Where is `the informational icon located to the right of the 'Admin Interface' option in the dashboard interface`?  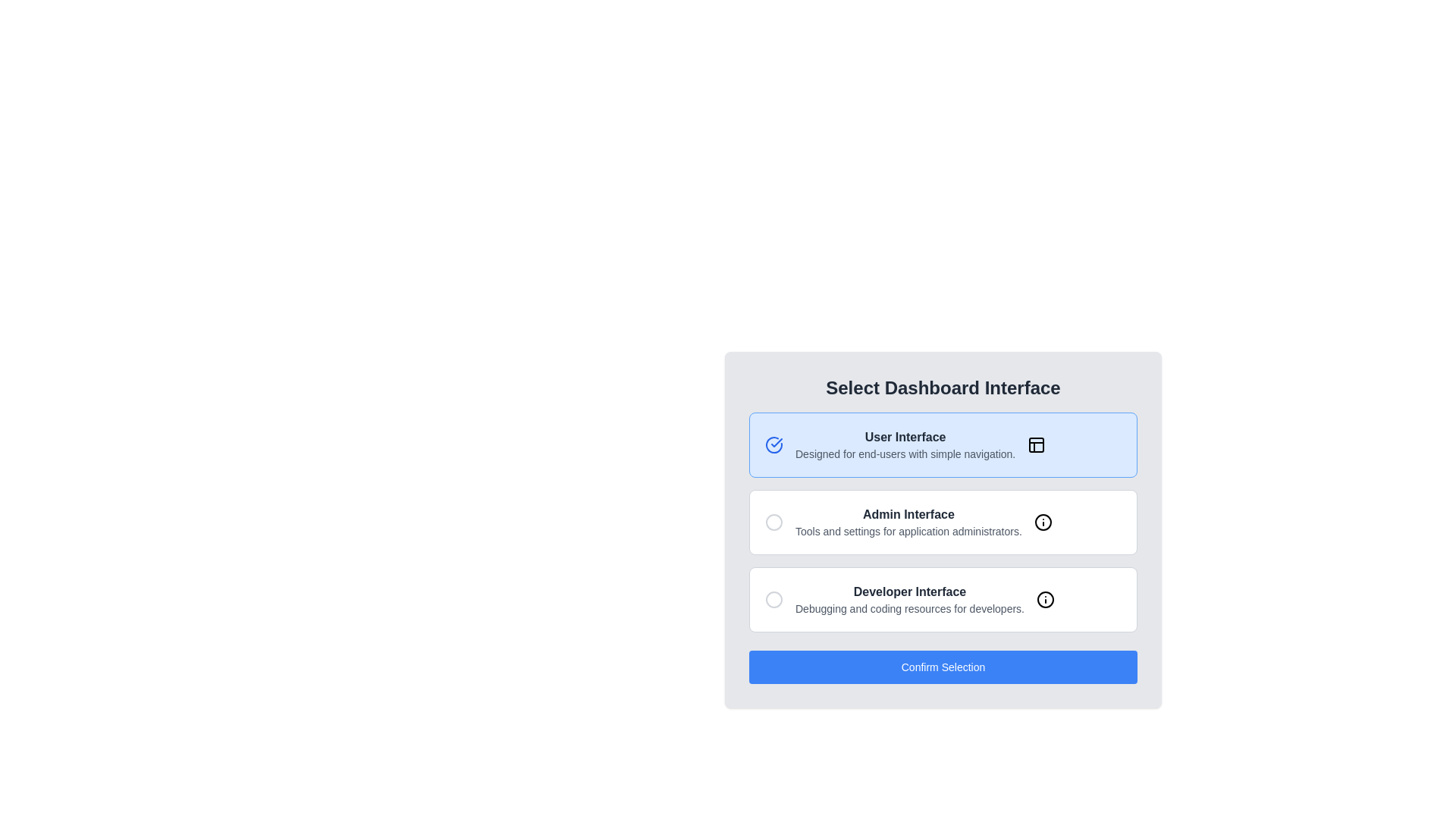 the informational icon located to the right of the 'Admin Interface' option in the dashboard interface is located at coordinates (1042, 522).